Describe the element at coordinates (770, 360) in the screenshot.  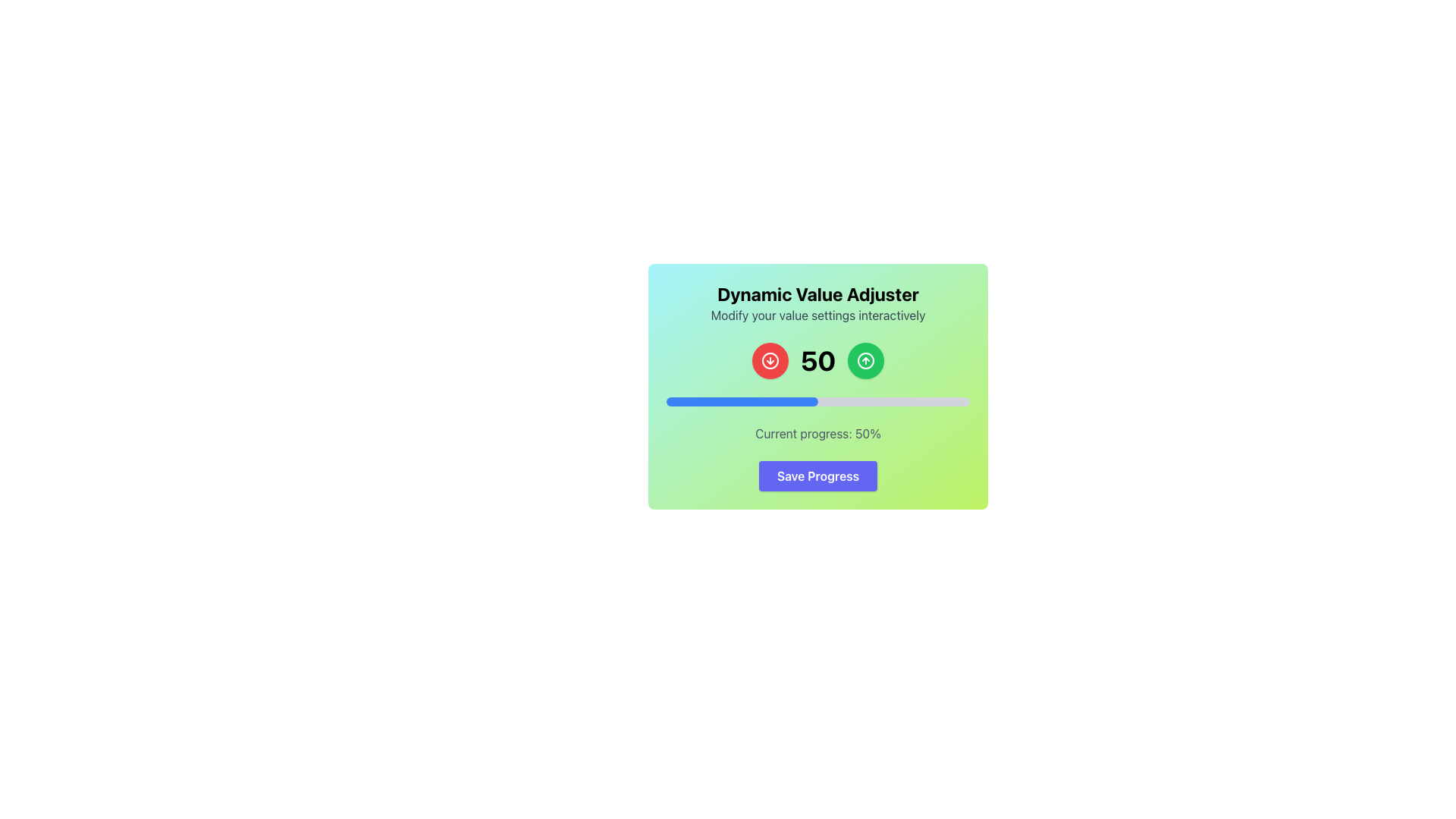
I see `the decrement button located to the left of the number '50'` at that location.